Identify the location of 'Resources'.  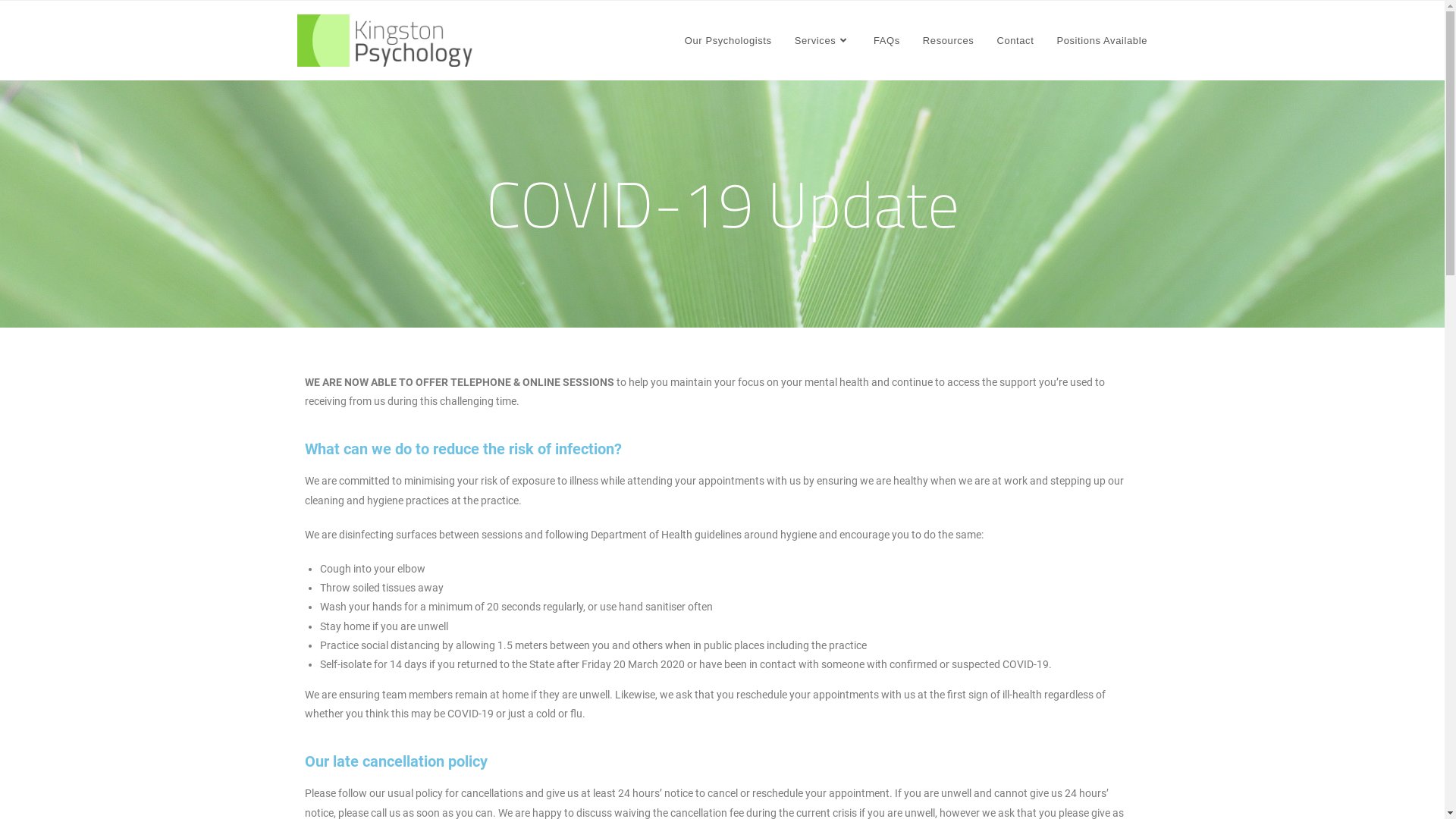
(910, 39).